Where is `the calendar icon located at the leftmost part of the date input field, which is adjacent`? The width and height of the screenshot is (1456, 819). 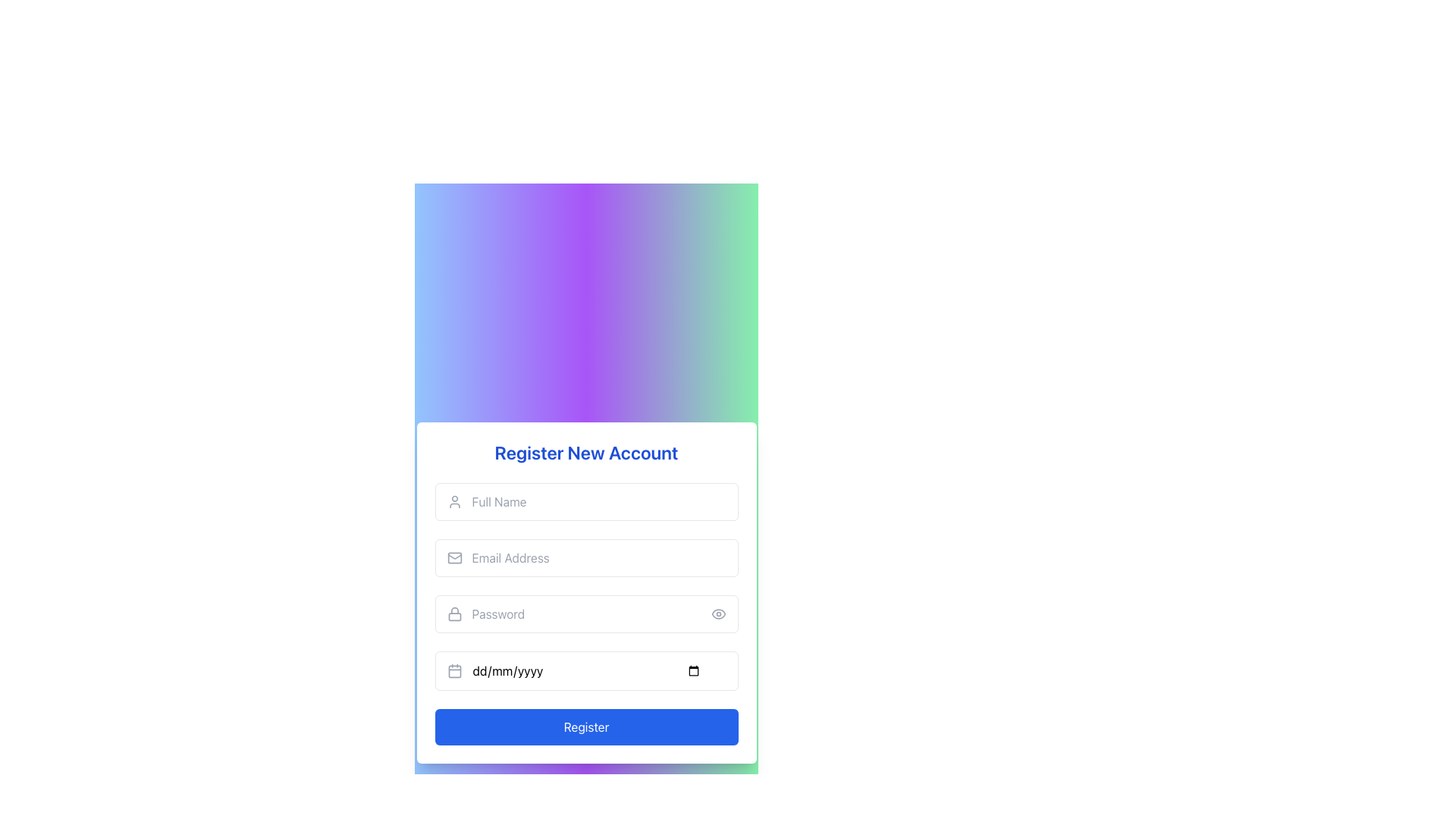 the calendar icon located at the leftmost part of the date input field, which is adjacent is located at coordinates (453, 670).